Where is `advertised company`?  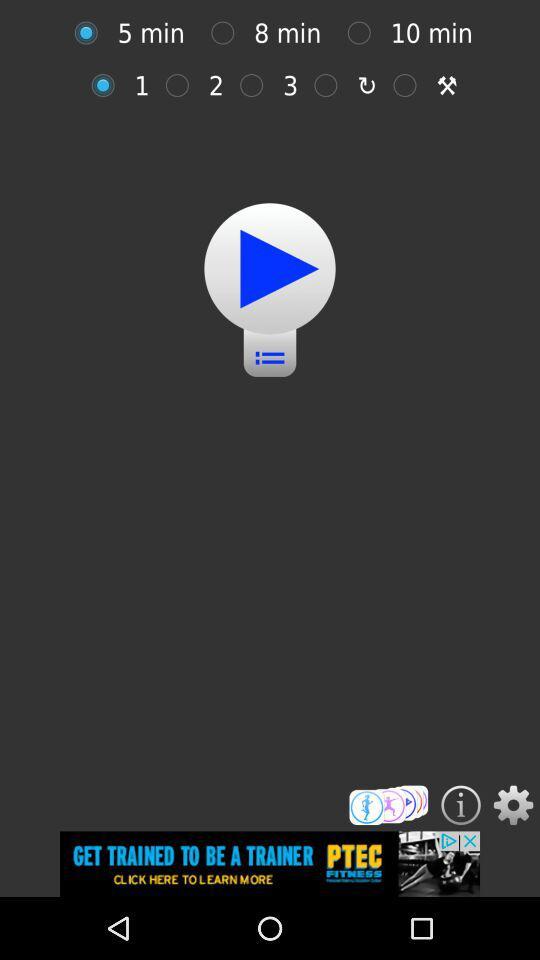
advertised company is located at coordinates (270, 863).